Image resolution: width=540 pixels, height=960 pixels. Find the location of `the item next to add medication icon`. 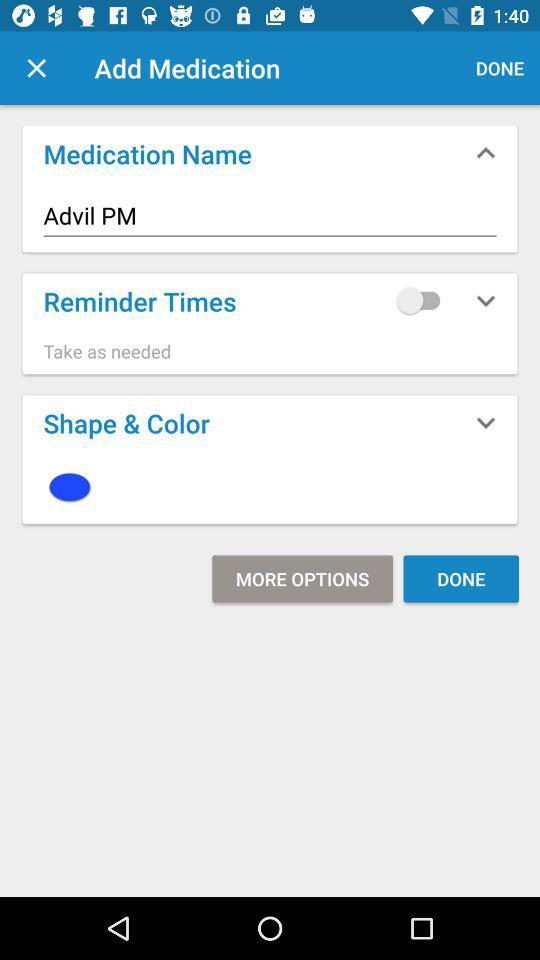

the item next to add medication icon is located at coordinates (36, 68).